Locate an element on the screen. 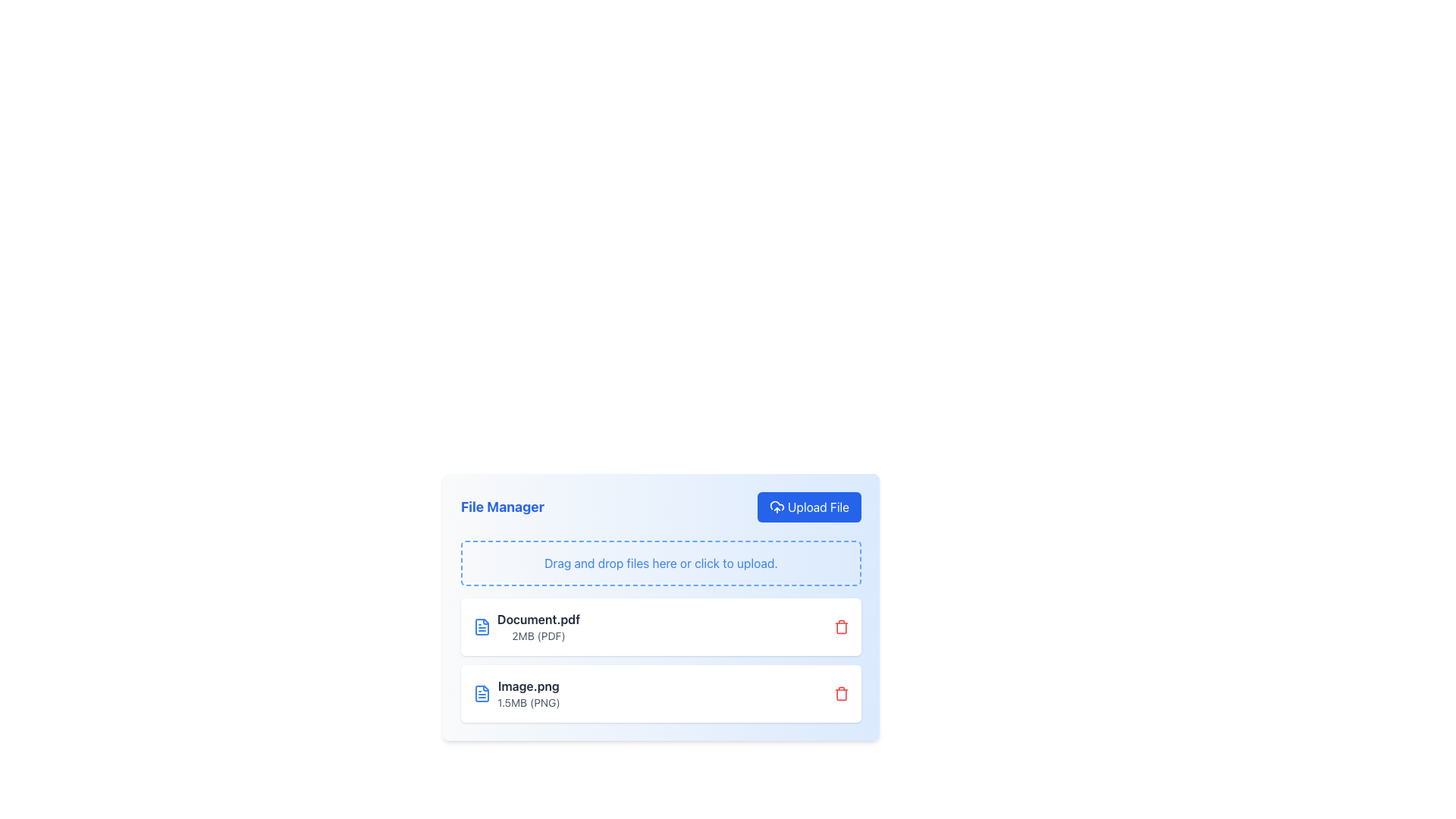 The height and width of the screenshot is (819, 1456). the first file entry in the list, which represents a document file is located at coordinates (526, 626).